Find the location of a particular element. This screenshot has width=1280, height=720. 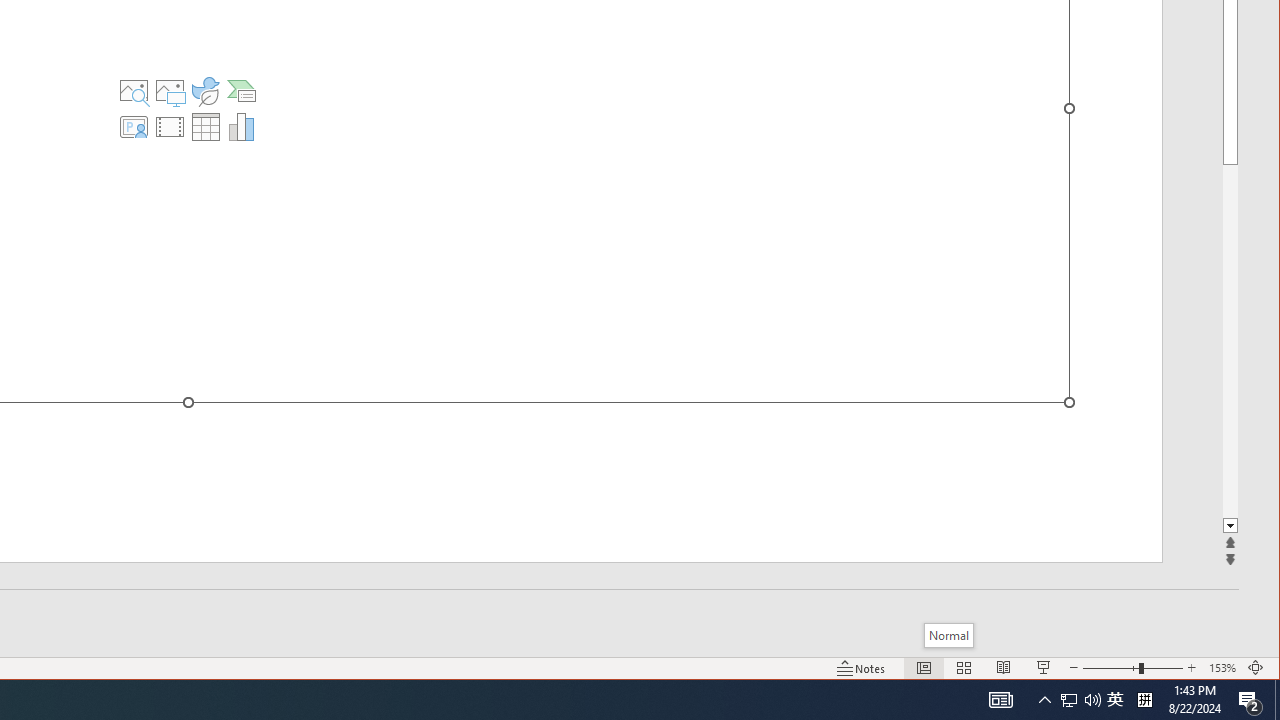

'Zoom 153%' is located at coordinates (1221, 668).